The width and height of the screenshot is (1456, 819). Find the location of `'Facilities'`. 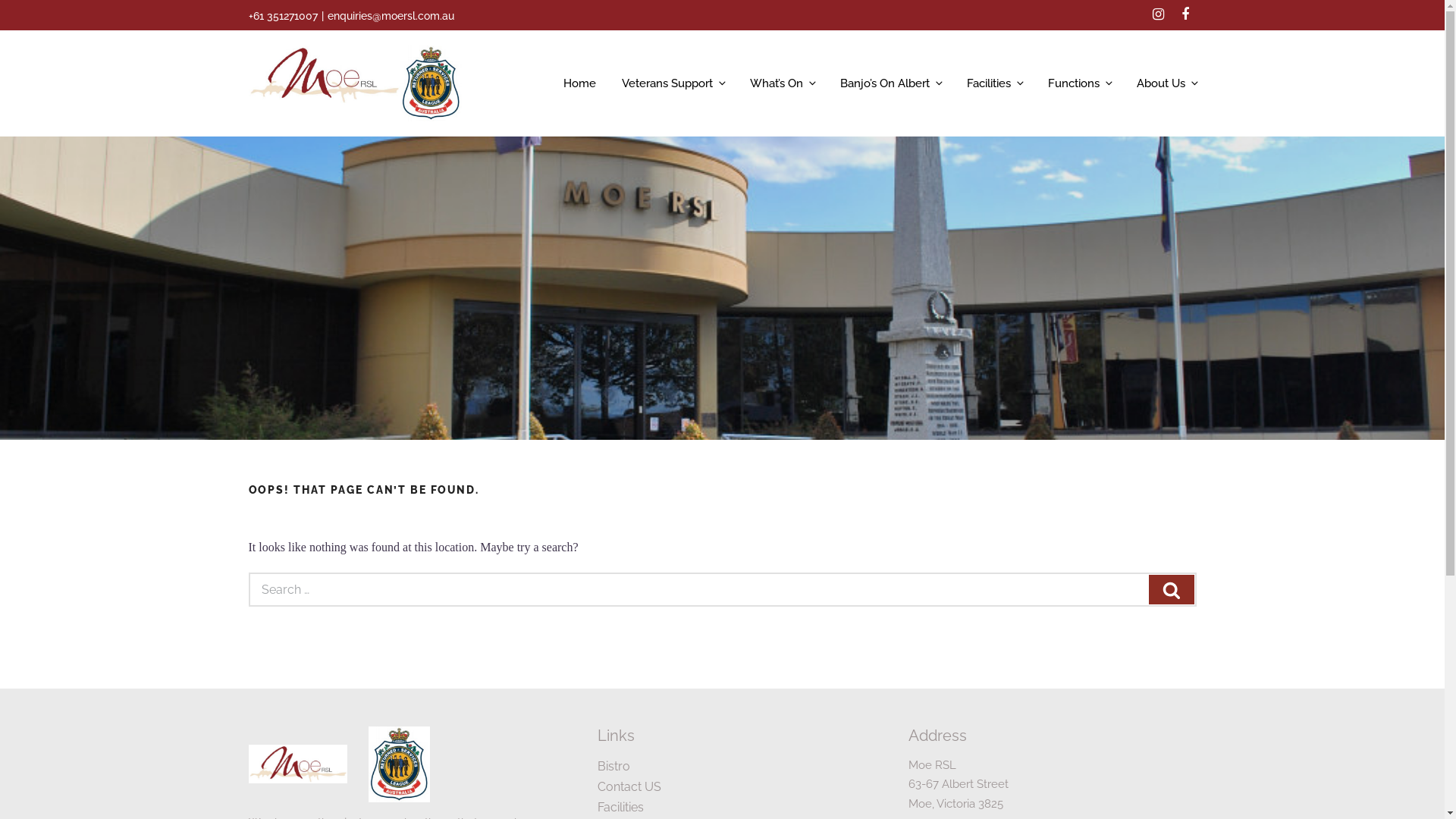

'Facilities' is located at coordinates (620, 806).